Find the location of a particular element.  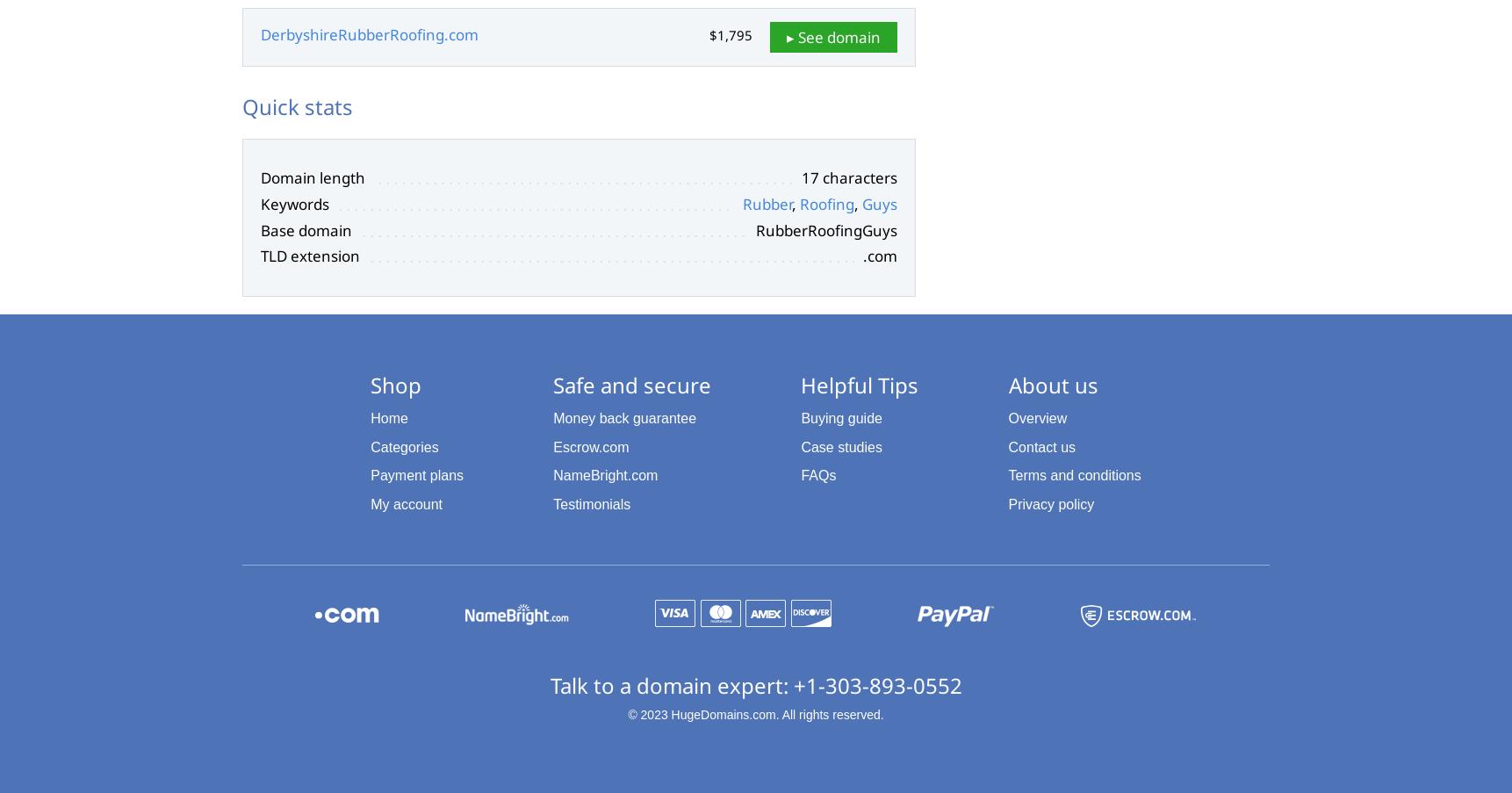

'Testimonials' is located at coordinates (591, 503).